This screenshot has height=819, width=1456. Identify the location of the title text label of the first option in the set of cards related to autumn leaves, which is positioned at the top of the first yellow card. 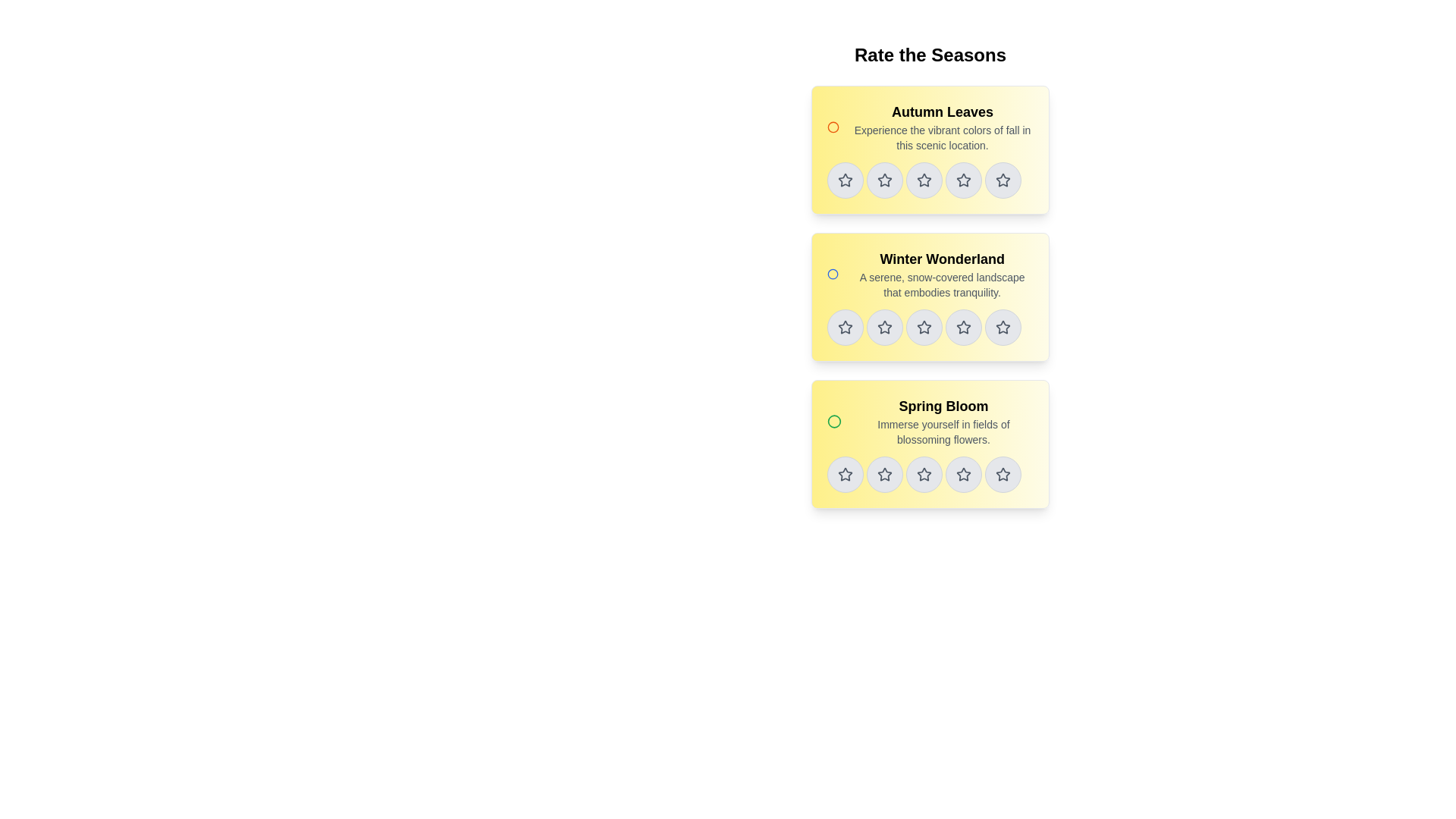
(942, 111).